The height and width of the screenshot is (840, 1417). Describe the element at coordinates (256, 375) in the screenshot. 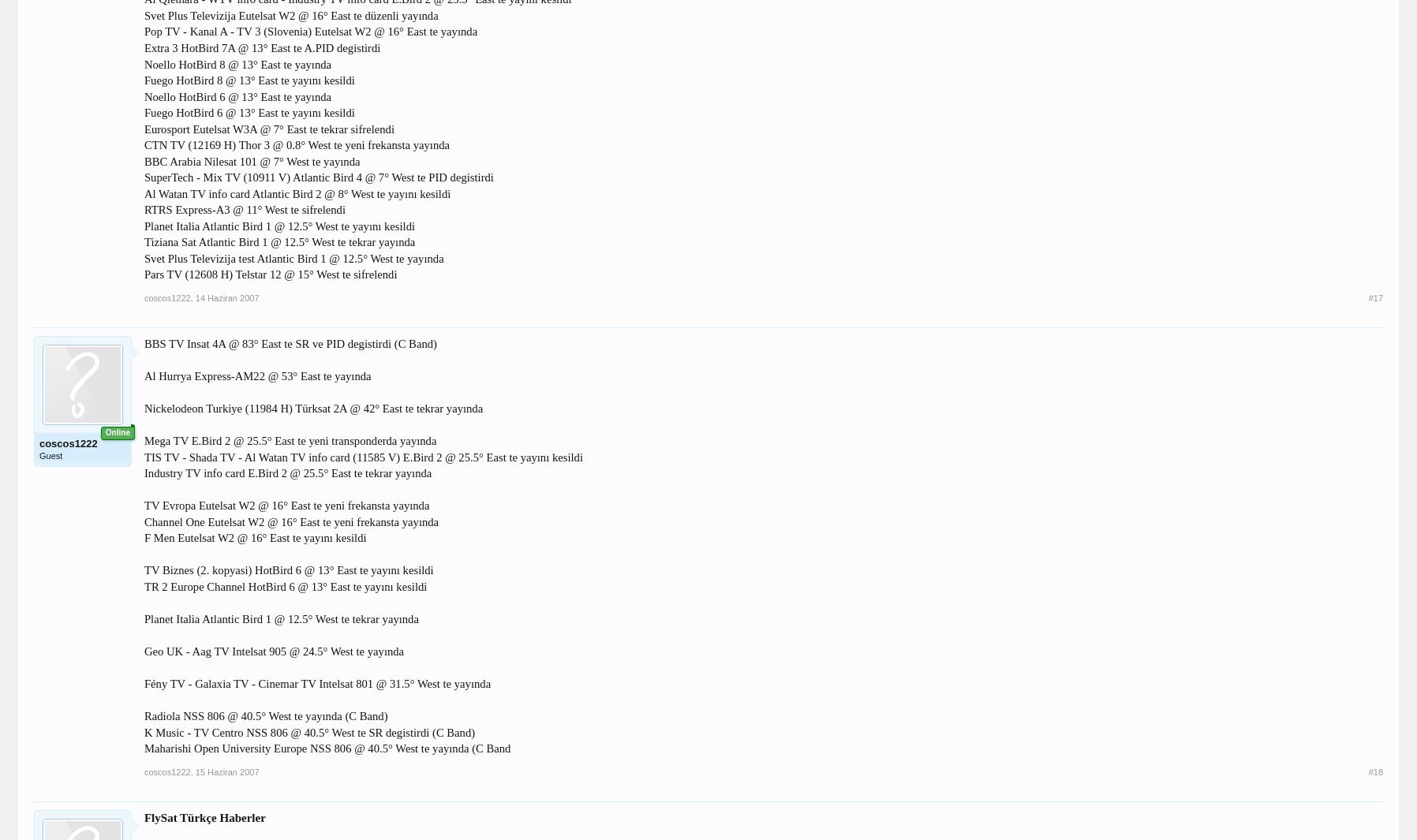

I see `'Al Hurrya Express-AM22 @ 53° East te yayında'` at that location.